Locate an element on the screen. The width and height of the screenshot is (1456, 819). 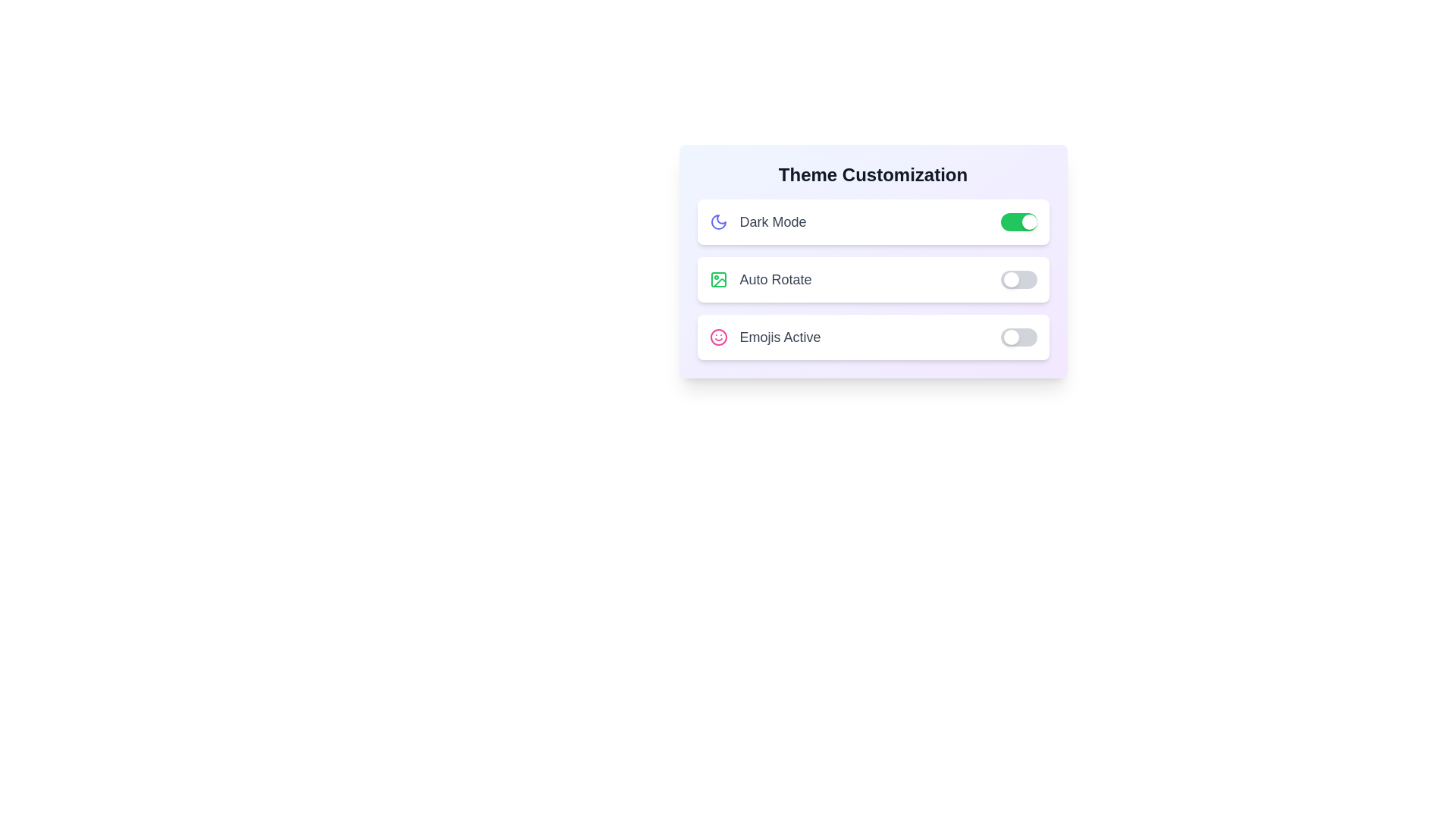
the decorative icon representing the 'Emojis Active' feature located in the 'Theme Customization' panel, situated to the left of the text label and aligned with the toggle switch is located at coordinates (717, 336).